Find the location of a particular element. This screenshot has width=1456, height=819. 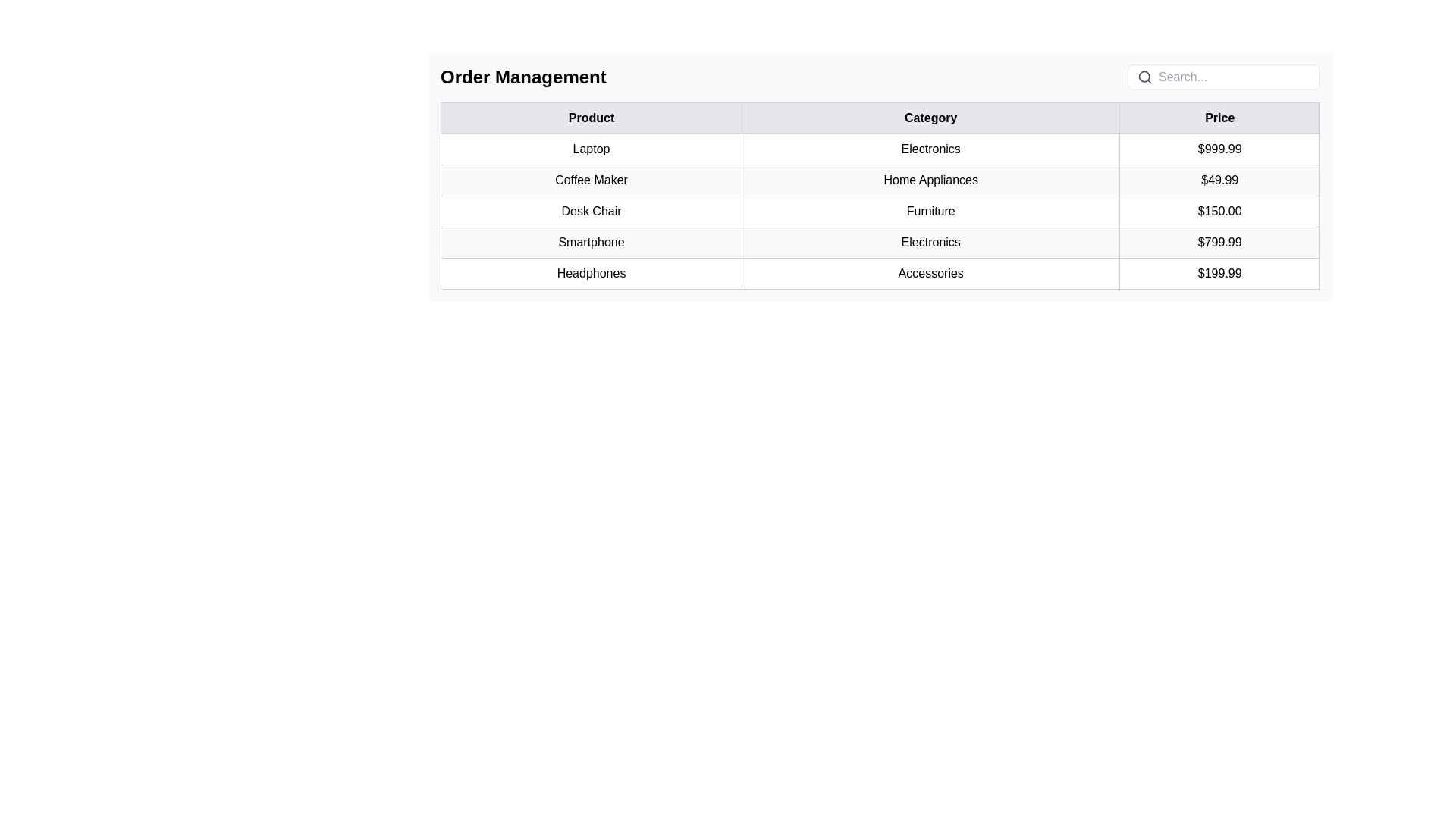

the read-only table cell element that indicates the product 'Laptop' belongs to the 'Electronics' category, located in the second column under the 'Category' header is located at coordinates (930, 149).